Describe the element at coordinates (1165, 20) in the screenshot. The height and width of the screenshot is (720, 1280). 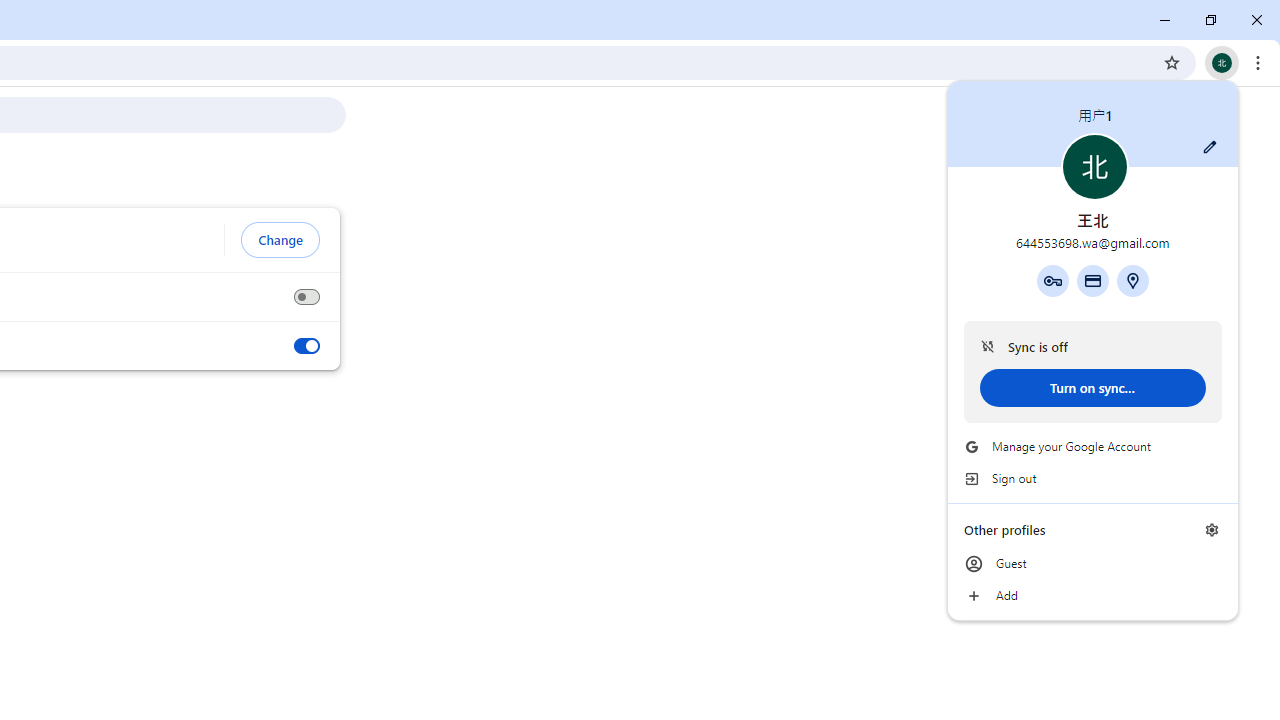
I see `'Minimize'` at that location.